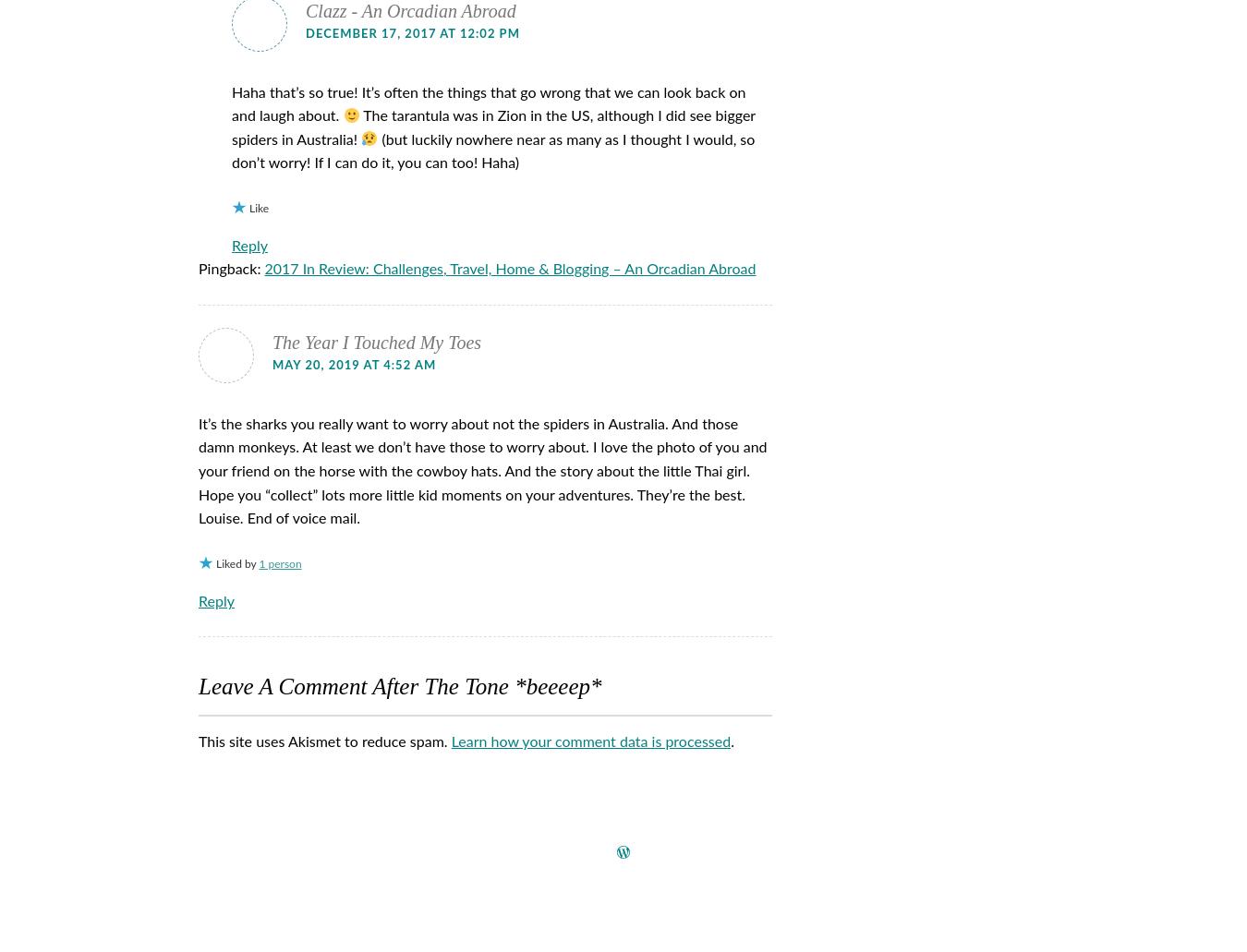 The width and height of the screenshot is (1247, 952). What do you see at coordinates (199, 741) in the screenshot?
I see `'This site uses Akismet to reduce spam.'` at bounding box center [199, 741].